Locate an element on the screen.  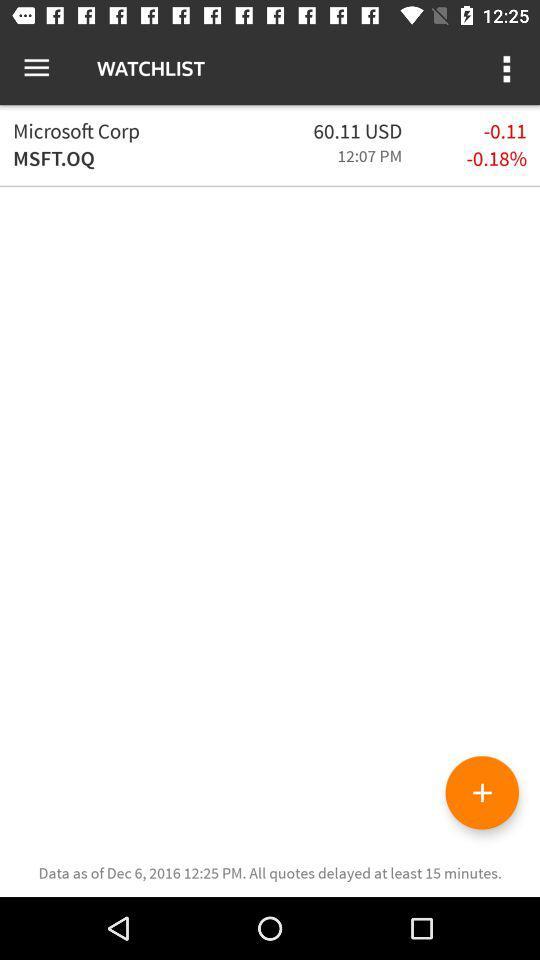
to watchlist is located at coordinates (481, 792).